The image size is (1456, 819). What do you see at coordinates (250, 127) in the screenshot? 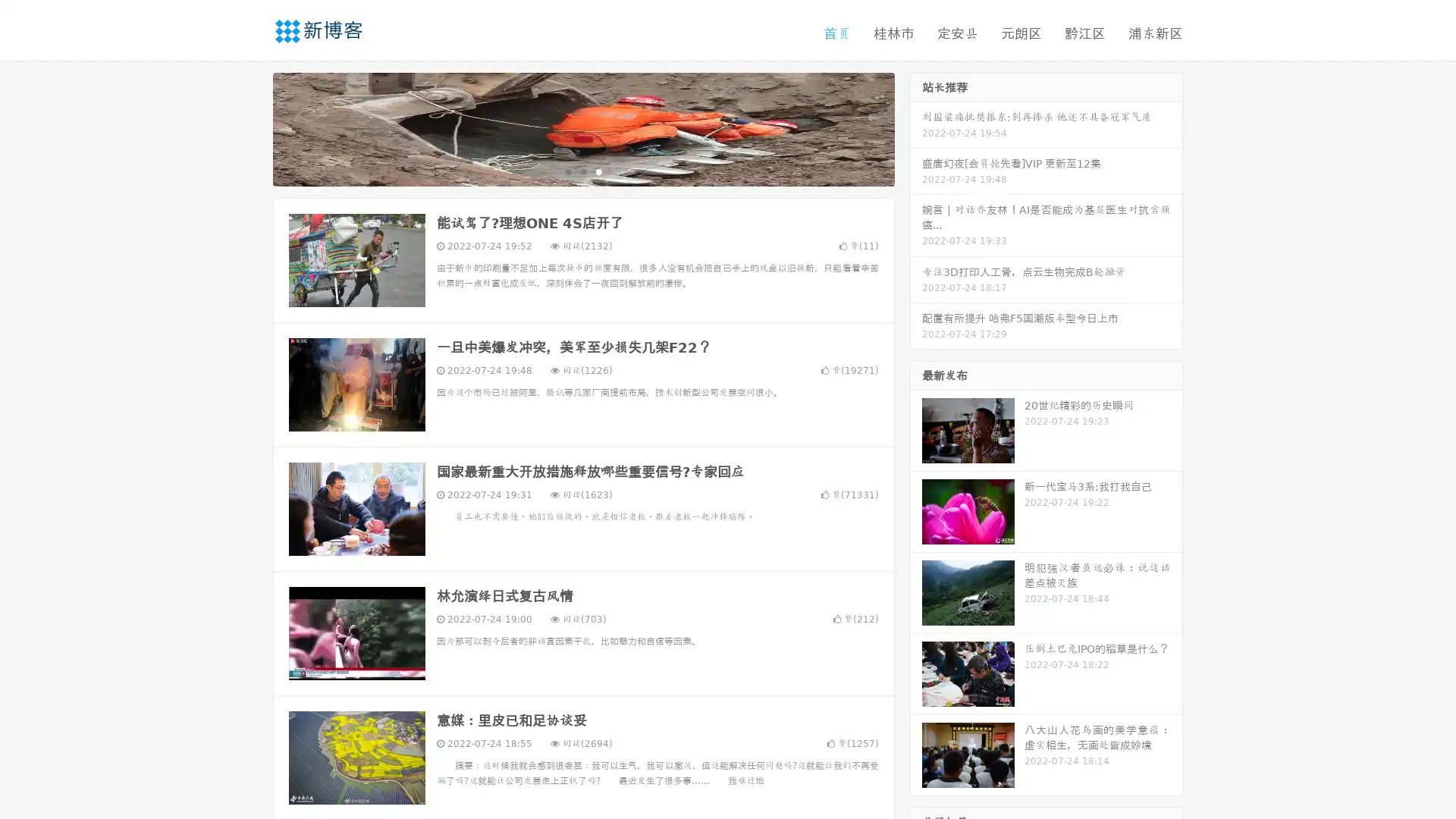
I see `Previous slide` at bounding box center [250, 127].